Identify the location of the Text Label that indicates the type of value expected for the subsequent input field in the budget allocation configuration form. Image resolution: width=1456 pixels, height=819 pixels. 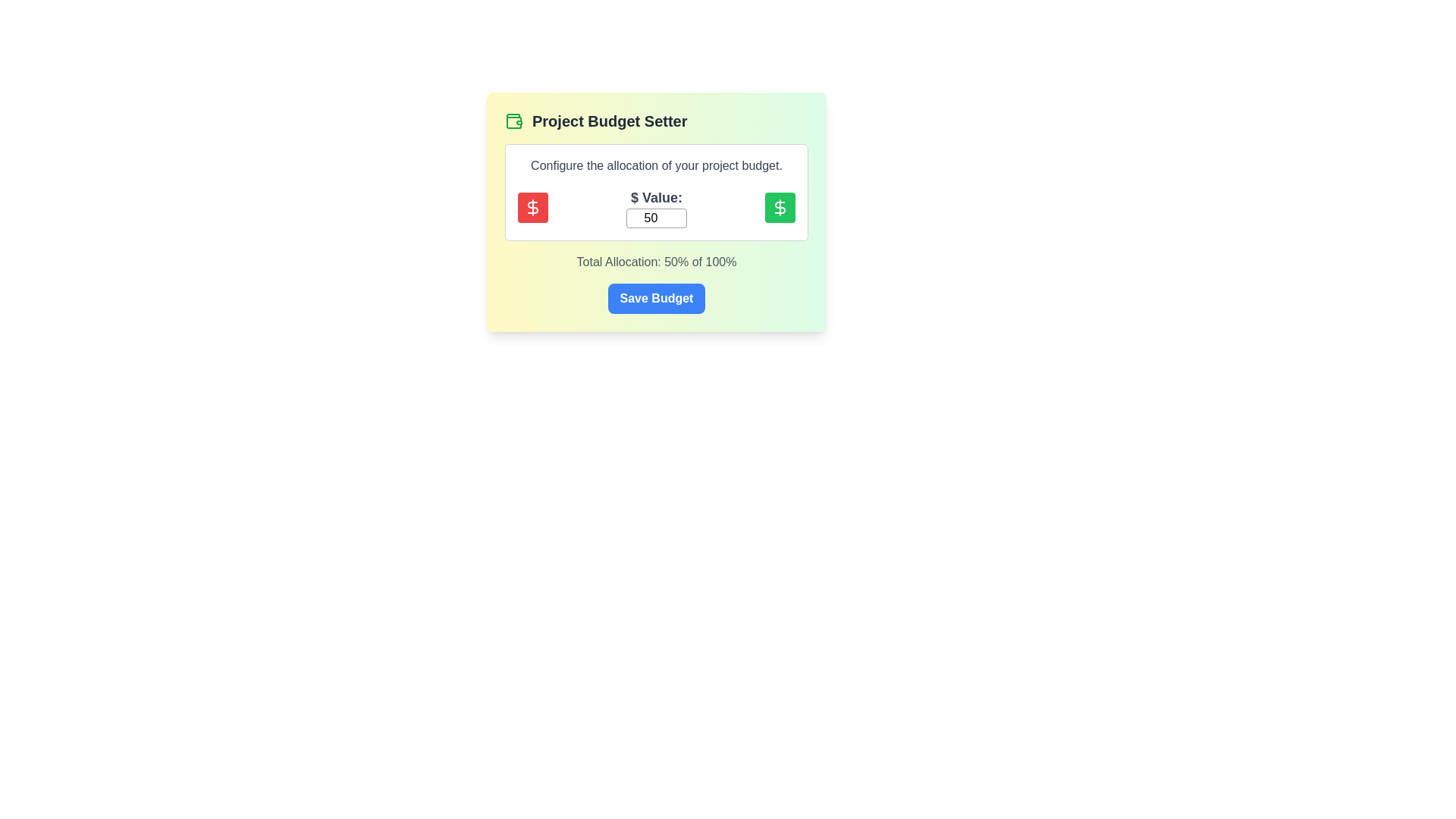
(656, 197).